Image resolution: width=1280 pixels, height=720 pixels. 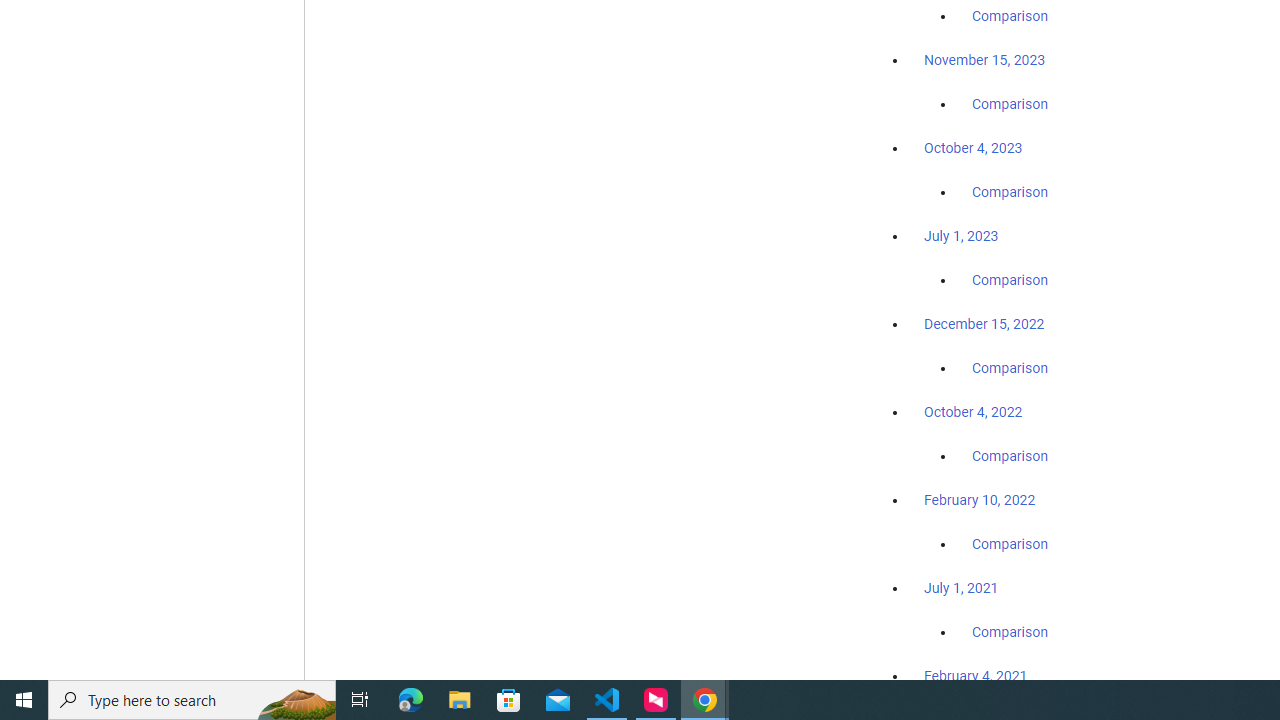 I want to click on 'December 15, 2022', so click(x=984, y=323).